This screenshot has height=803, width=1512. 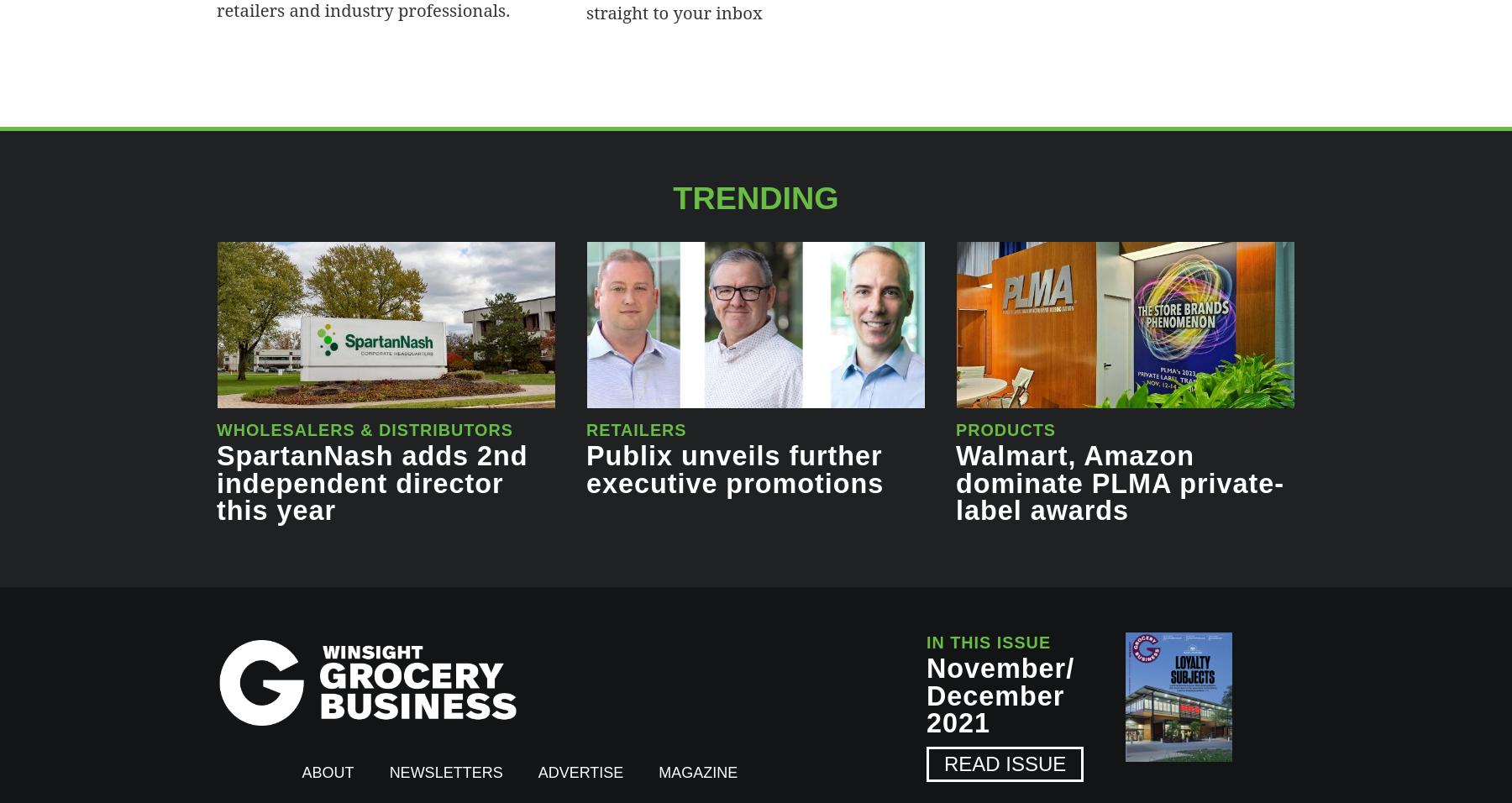 I want to click on 'Walmart, Amazon dominate PLMA private-label awards', so click(x=954, y=482).